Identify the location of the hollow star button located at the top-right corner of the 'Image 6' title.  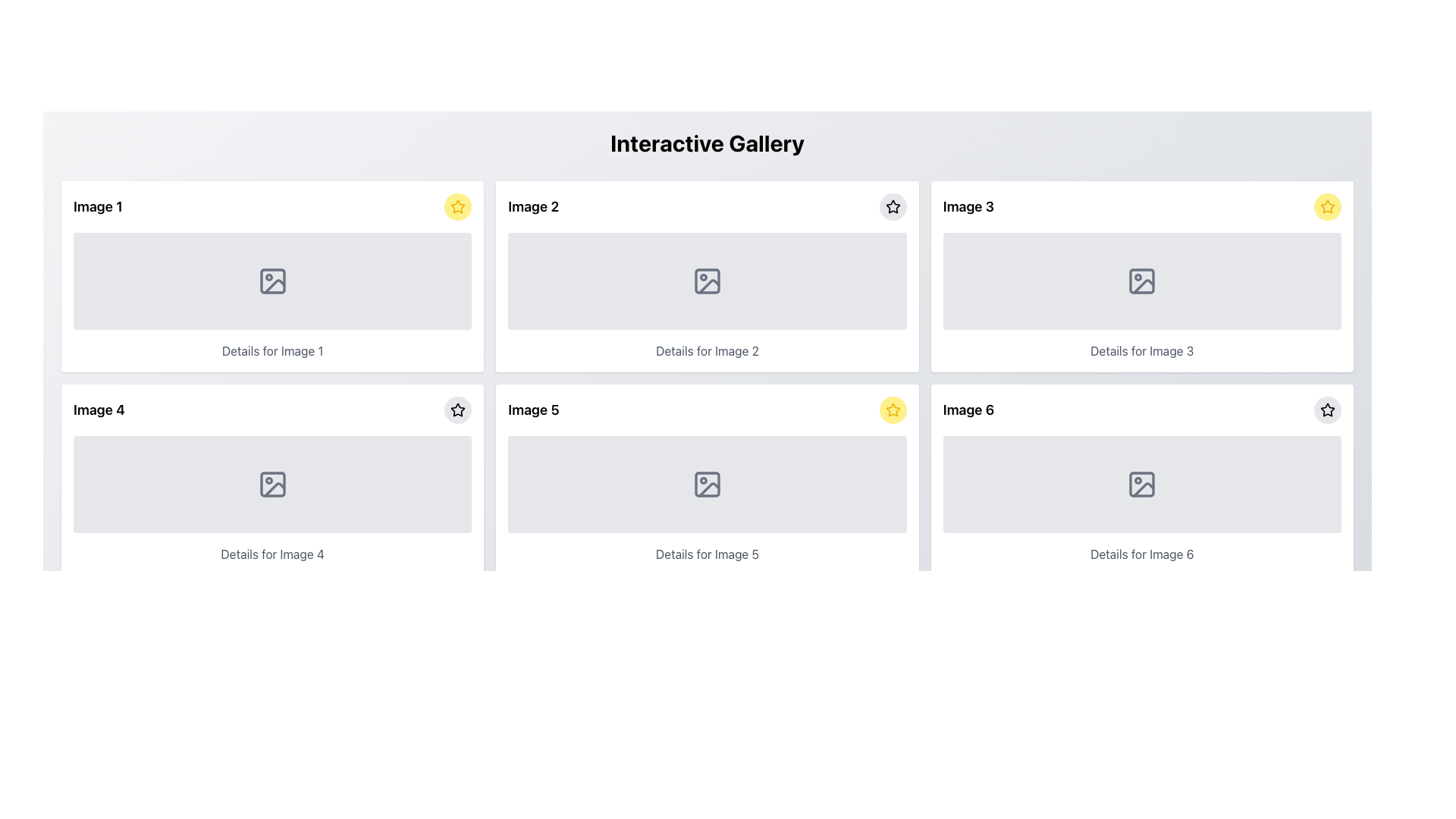
(1327, 409).